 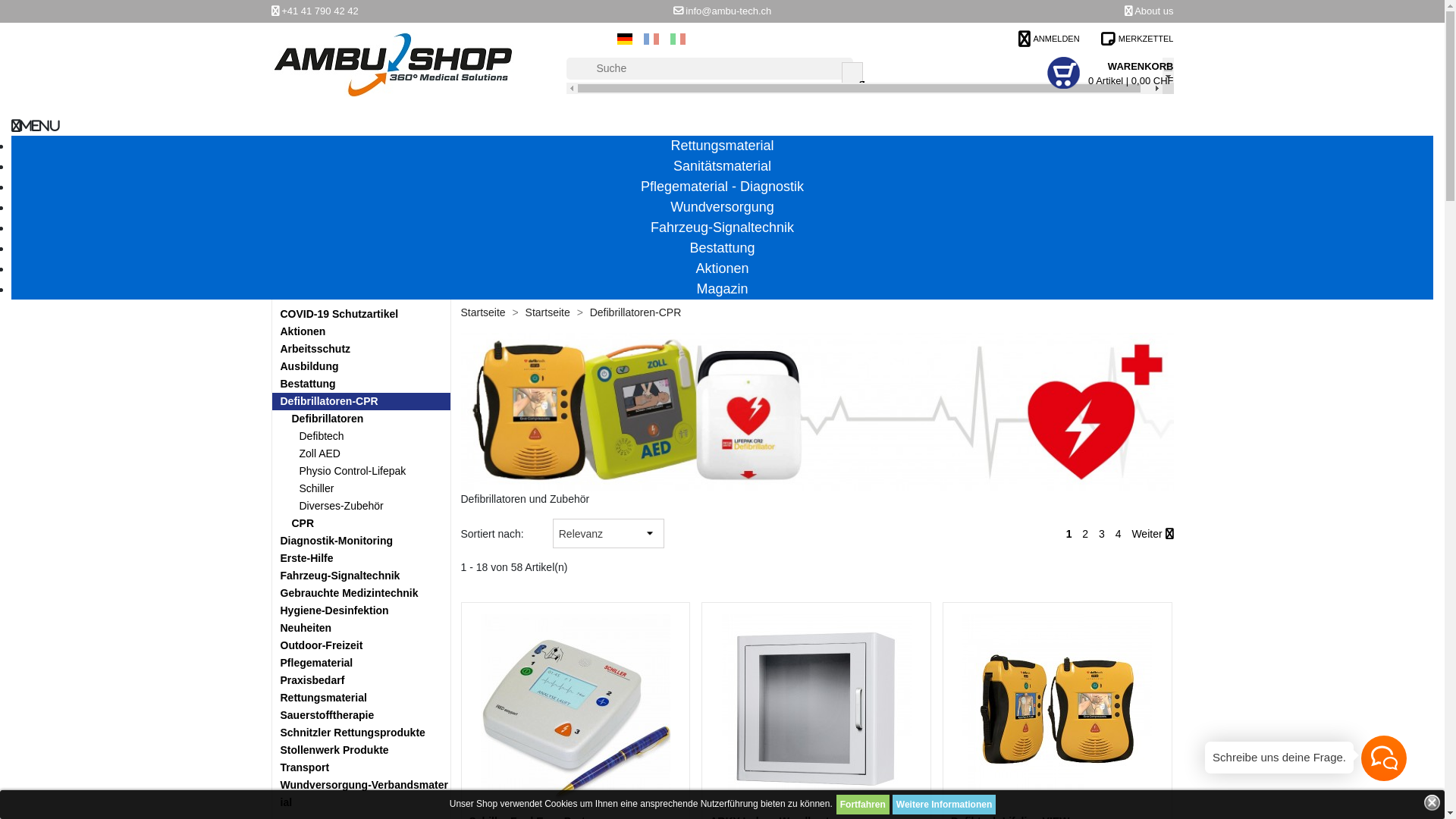 What do you see at coordinates (359, 557) in the screenshot?
I see `'Erste-Hilfe'` at bounding box center [359, 557].